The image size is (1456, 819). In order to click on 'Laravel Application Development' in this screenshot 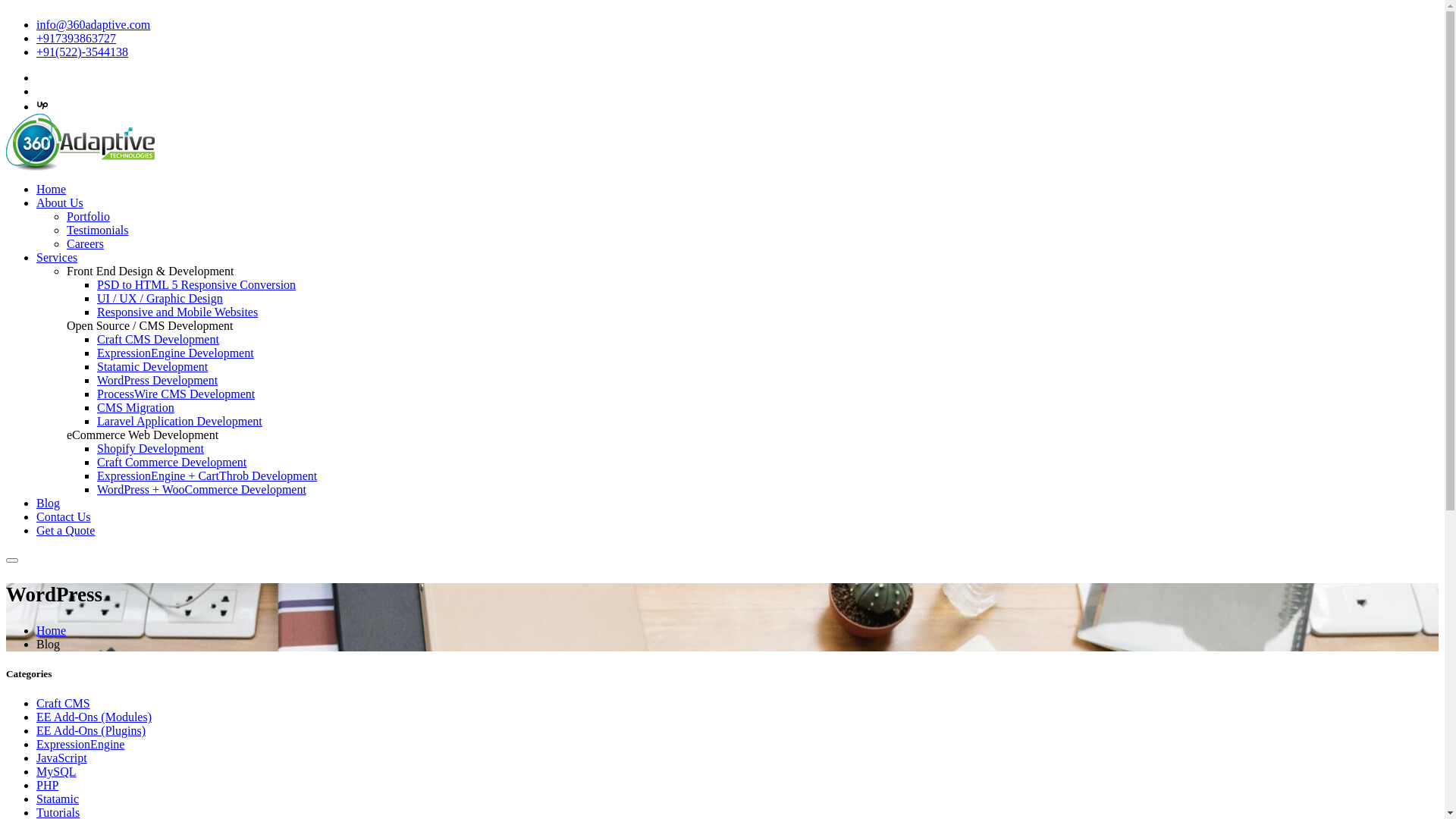, I will do `click(179, 421)`.